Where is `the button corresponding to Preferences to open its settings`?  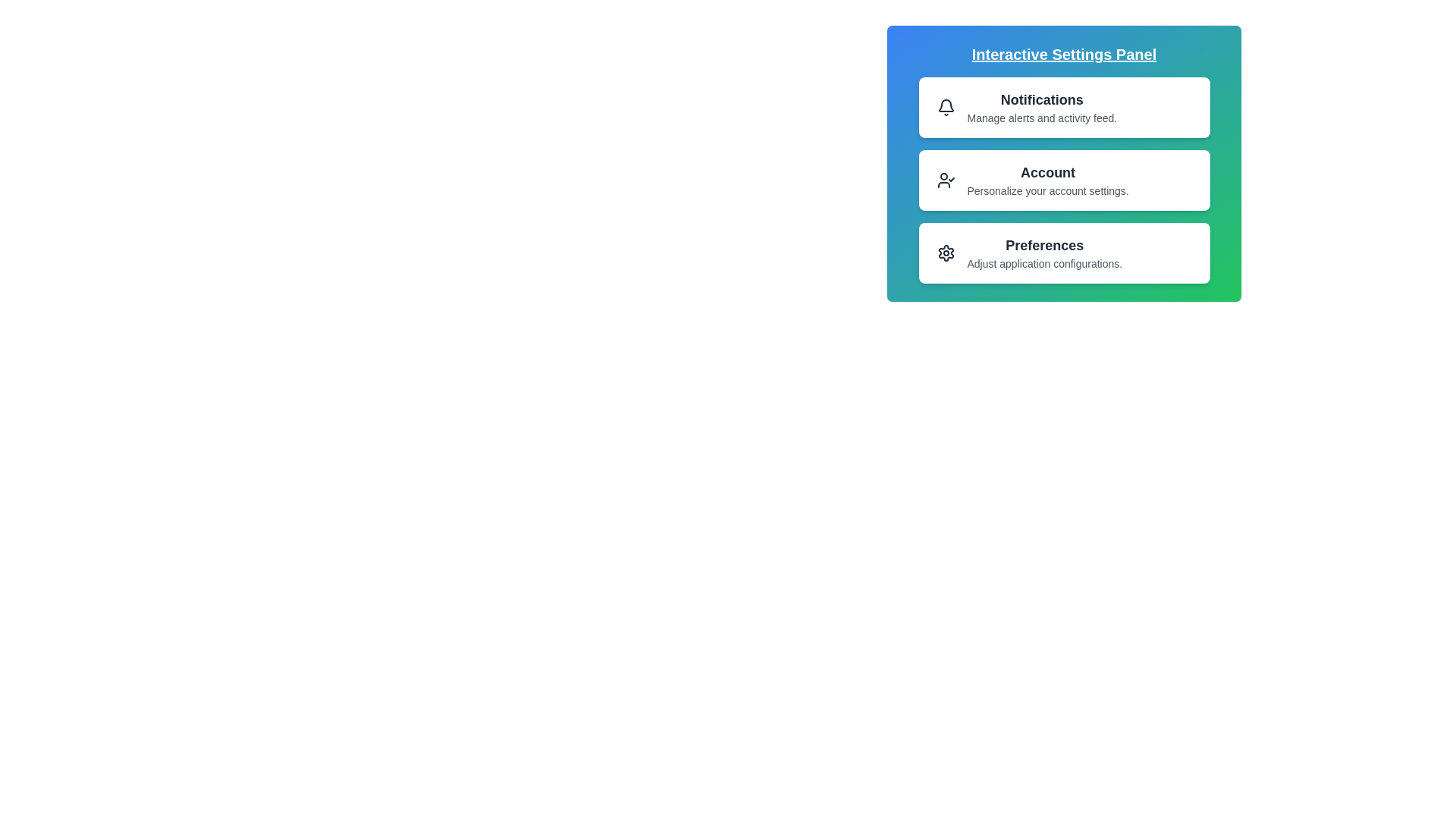
the button corresponding to Preferences to open its settings is located at coordinates (1063, 253).